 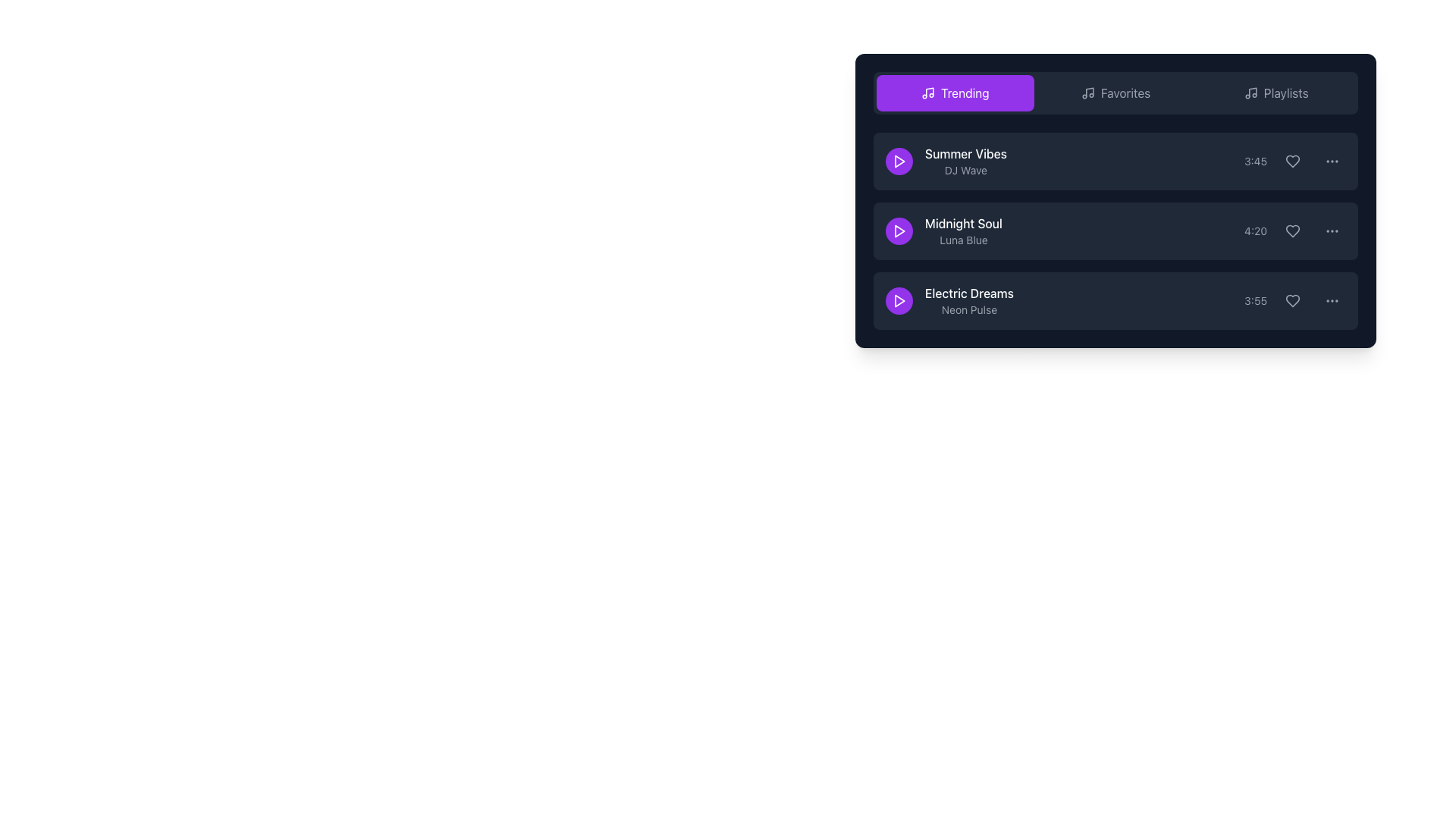 I want to click on the triangular play icon button located as the leftmost element in the first row of the track list under the 'Trending' tab, so click(x=899, y=161).